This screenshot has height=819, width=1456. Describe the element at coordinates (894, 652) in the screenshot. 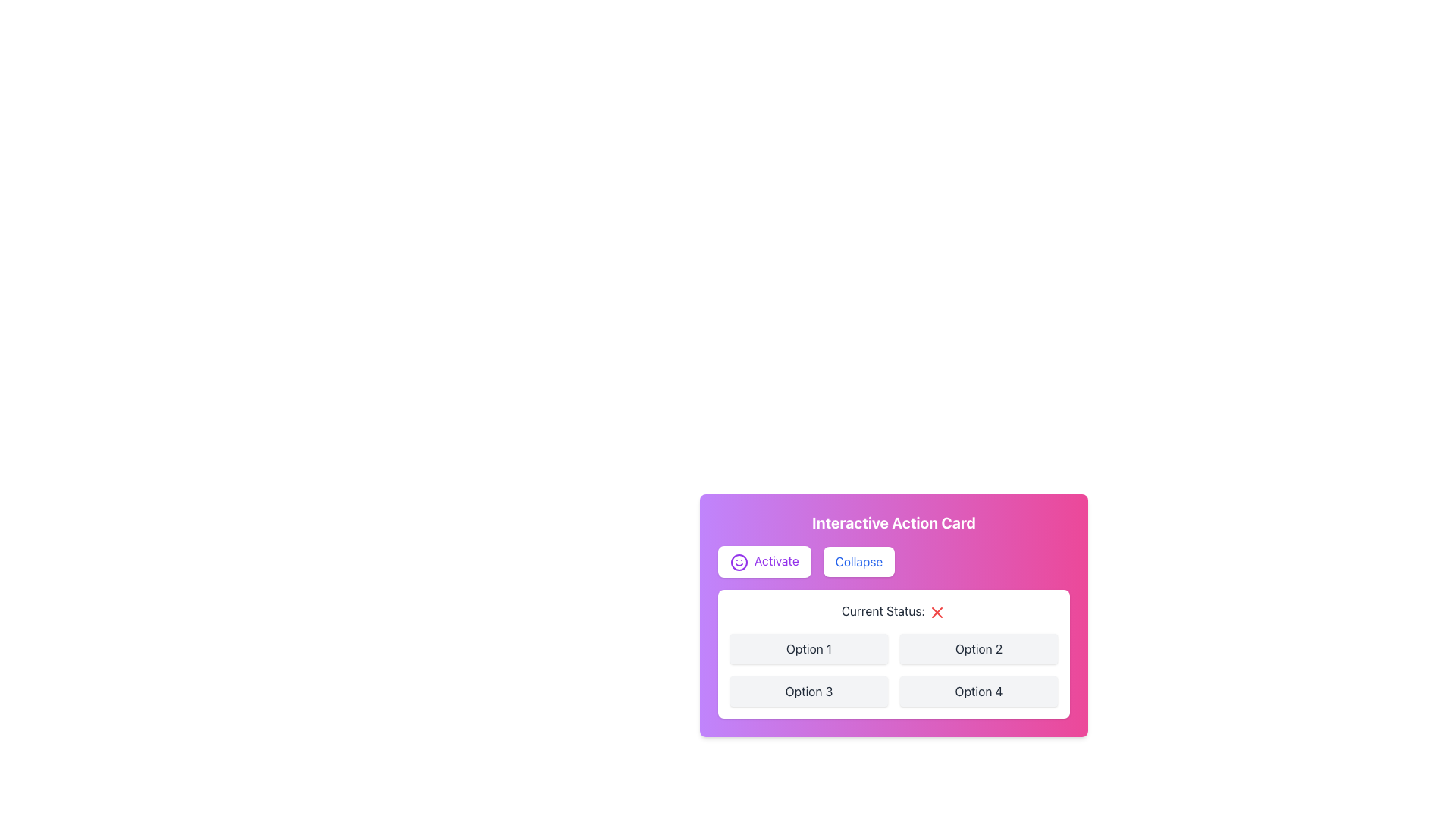

I see `the Status section within the 'Interactive Action Card', positioned below 'Activate' and 'Collapse', to interact with the visual representation options` at that location.